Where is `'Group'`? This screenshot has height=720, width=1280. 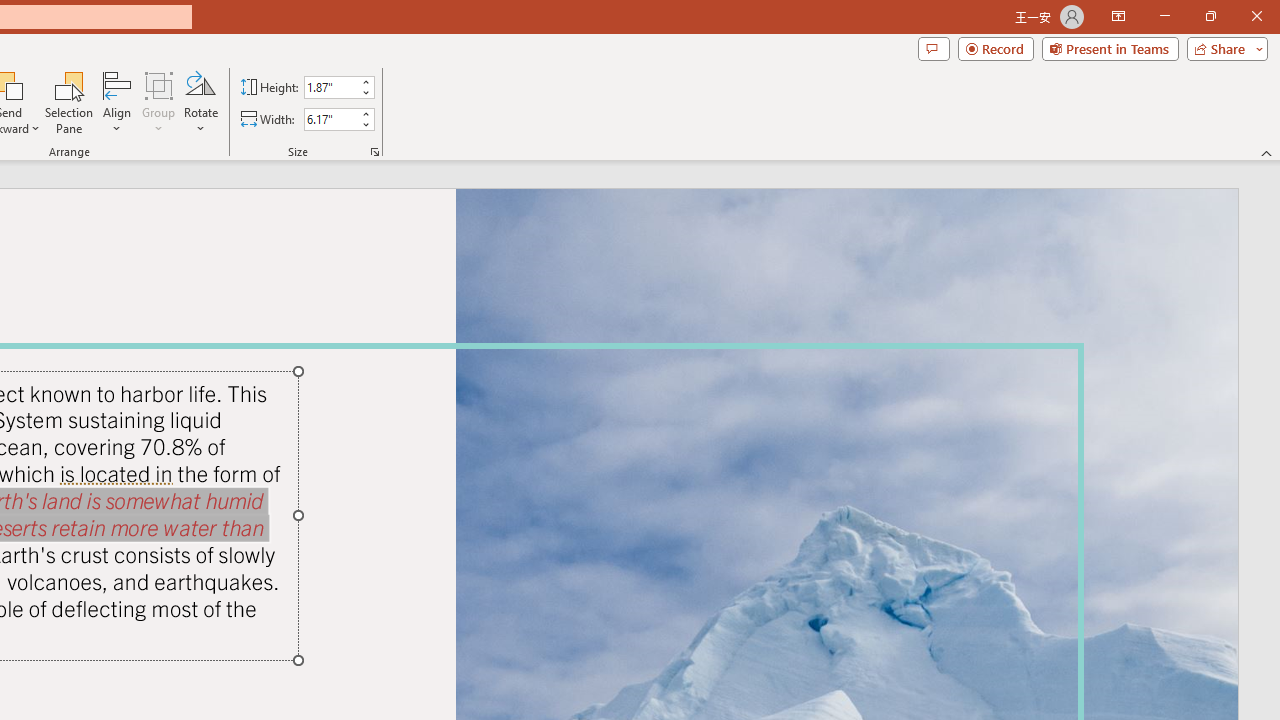 'Group' is located at coordinates (158, 103).